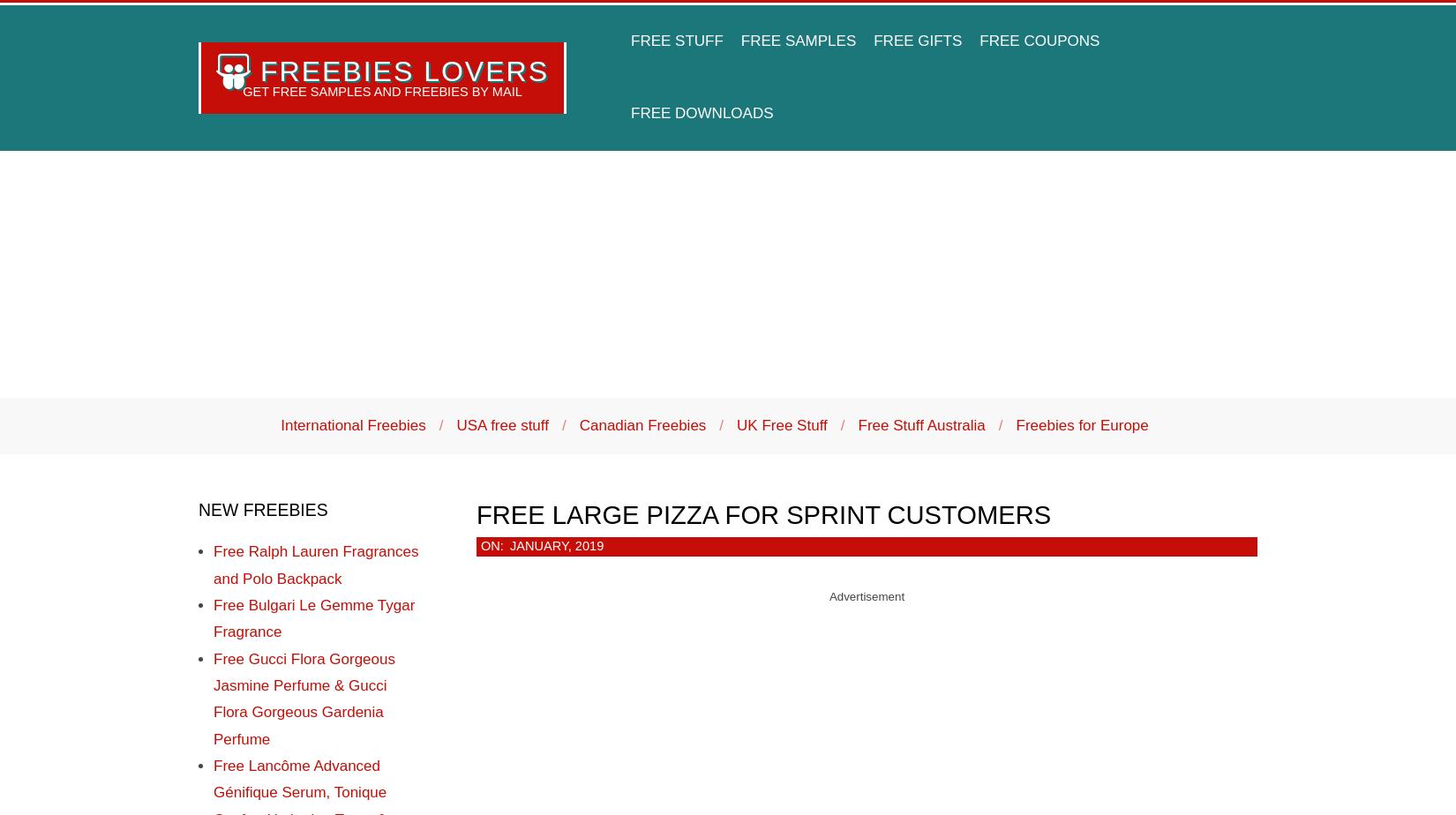  Describe the element at coordinates (214, 565) in the screenshot. I see `'Free Ralph Lauren Fragrances and Polo Backpack'` at that location.